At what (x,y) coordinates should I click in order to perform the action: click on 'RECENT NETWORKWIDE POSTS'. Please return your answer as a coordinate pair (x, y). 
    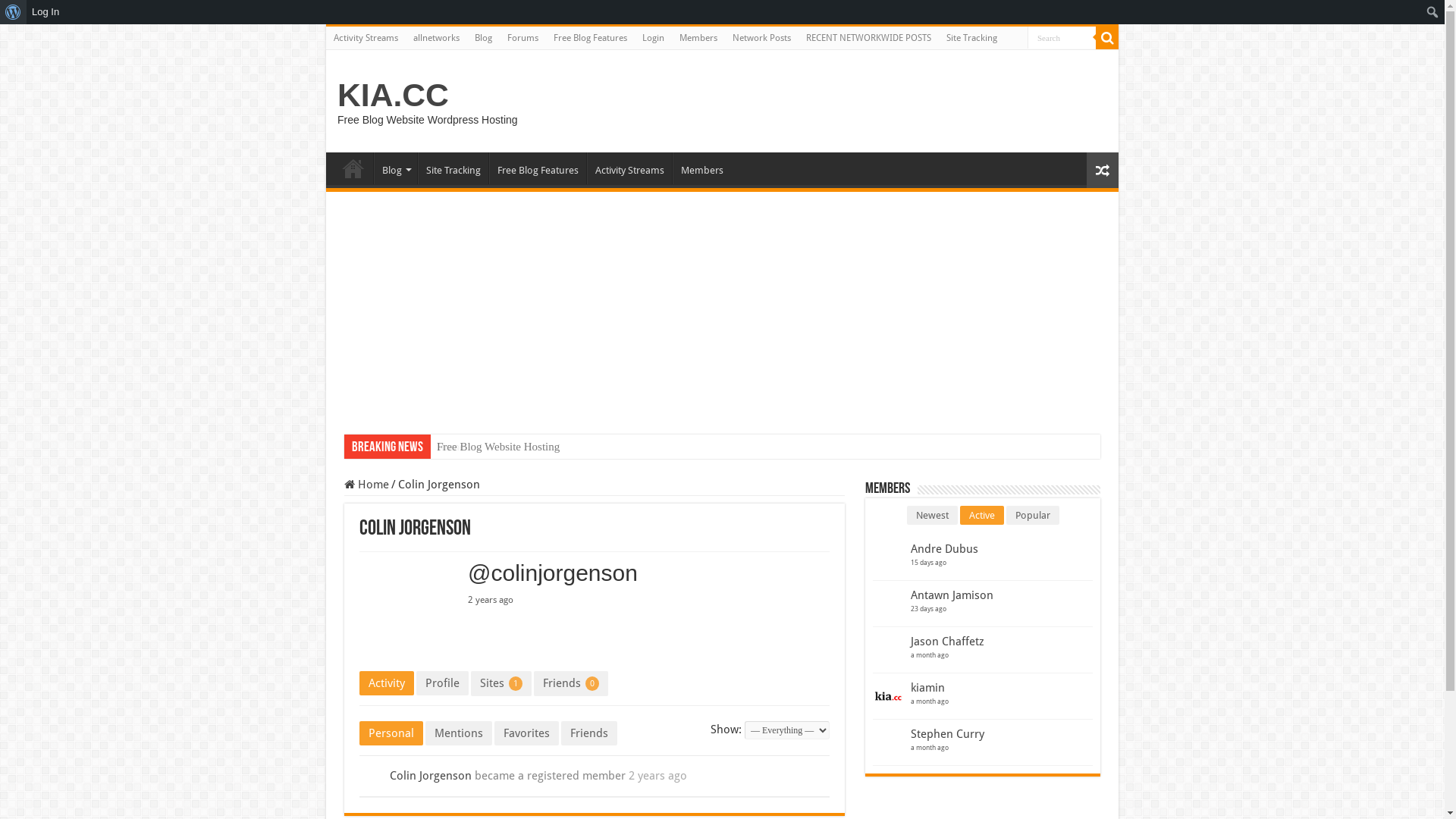
    Looking at the image, I should click on (868, 37).